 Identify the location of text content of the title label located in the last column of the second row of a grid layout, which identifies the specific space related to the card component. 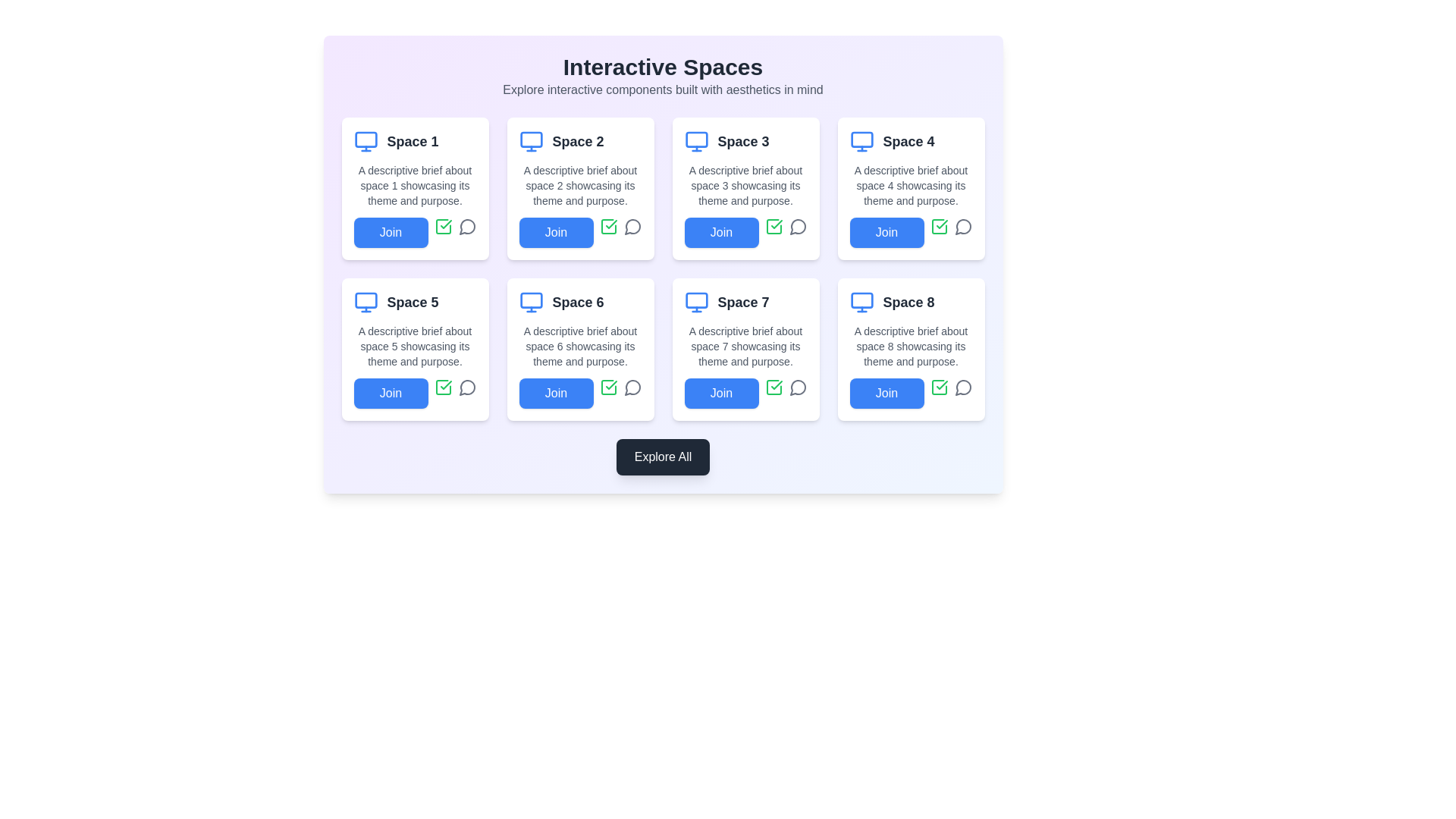
(908, 302).